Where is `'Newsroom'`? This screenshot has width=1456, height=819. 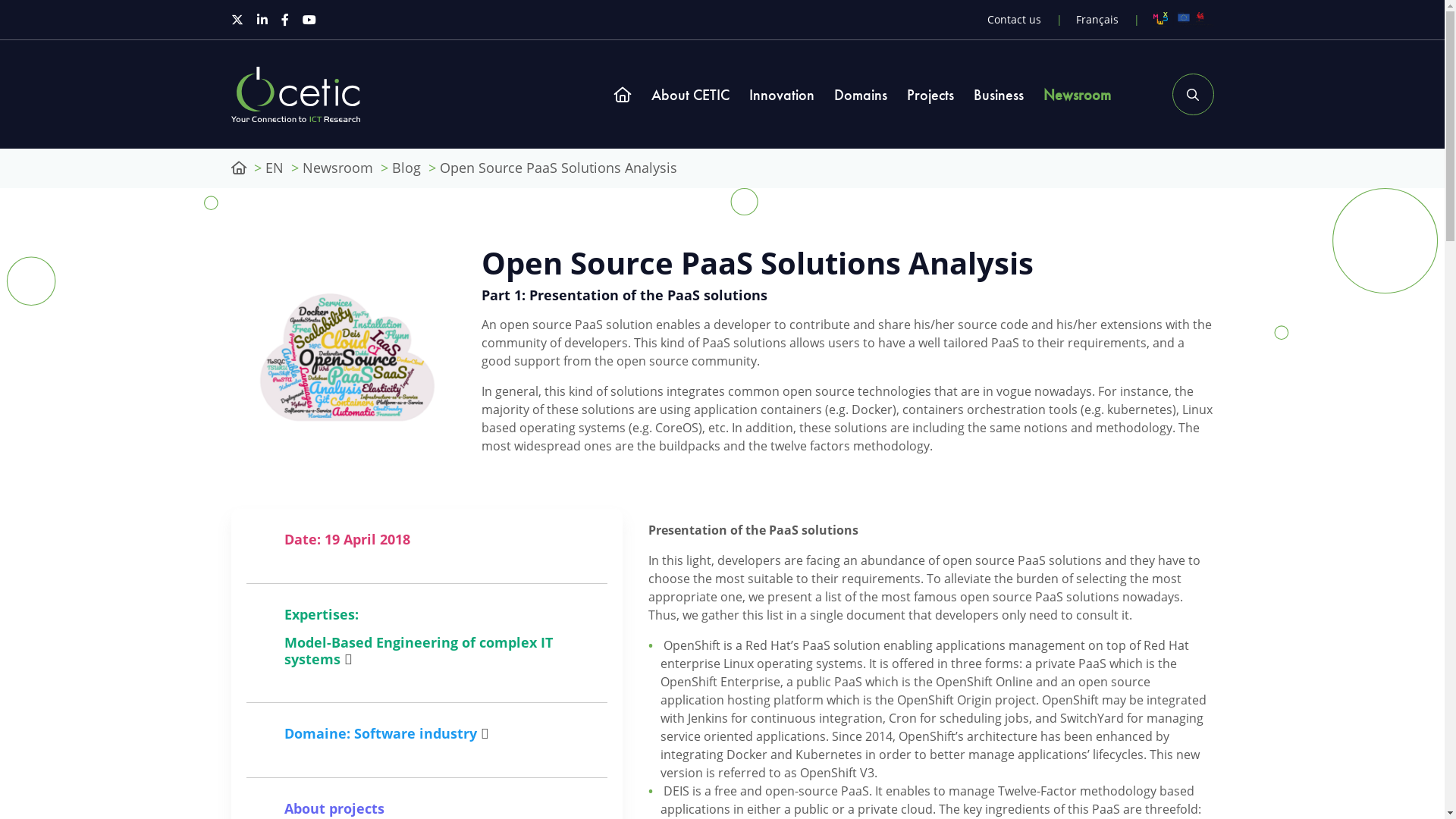 'Newsroom' is located at coordinates (336, 168).